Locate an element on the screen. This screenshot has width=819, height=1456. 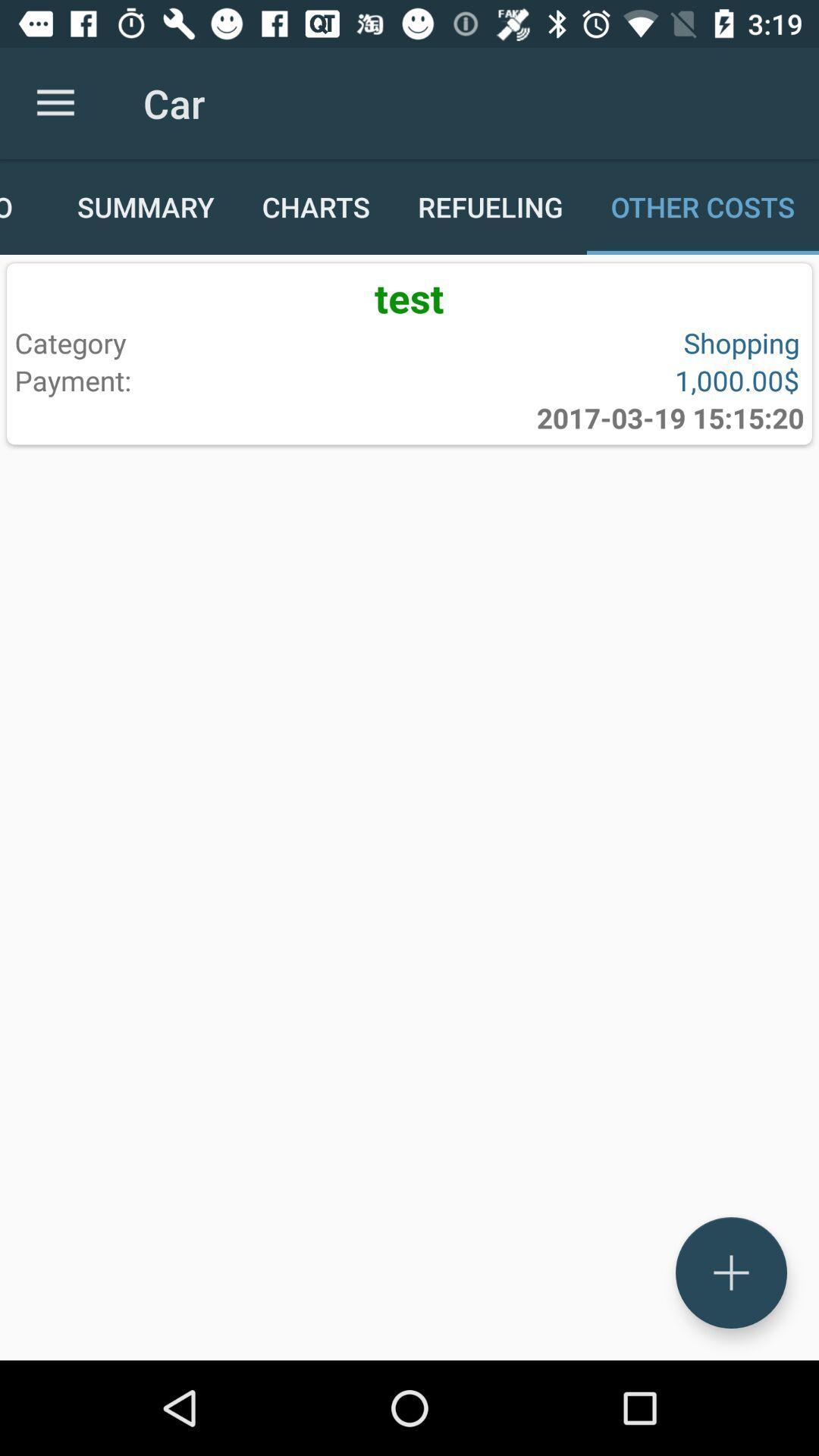
icon next to car icon is located at coordinates (55, 102).